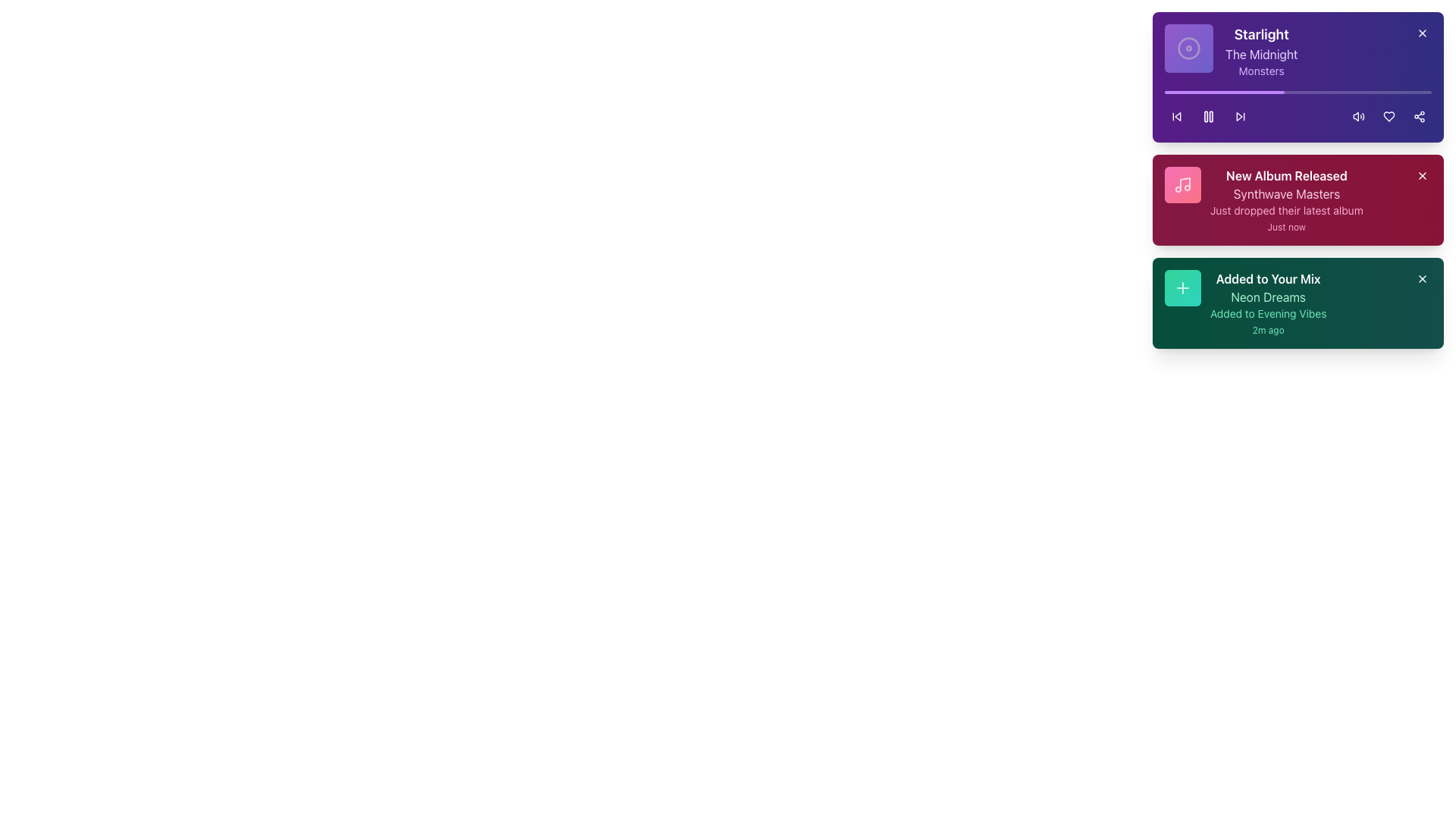  Describe the element at coordinates (1389, 116) in the screenshot. I see `the hollow heart-shaped interactive icon in the 'Starlight' card` at that location.